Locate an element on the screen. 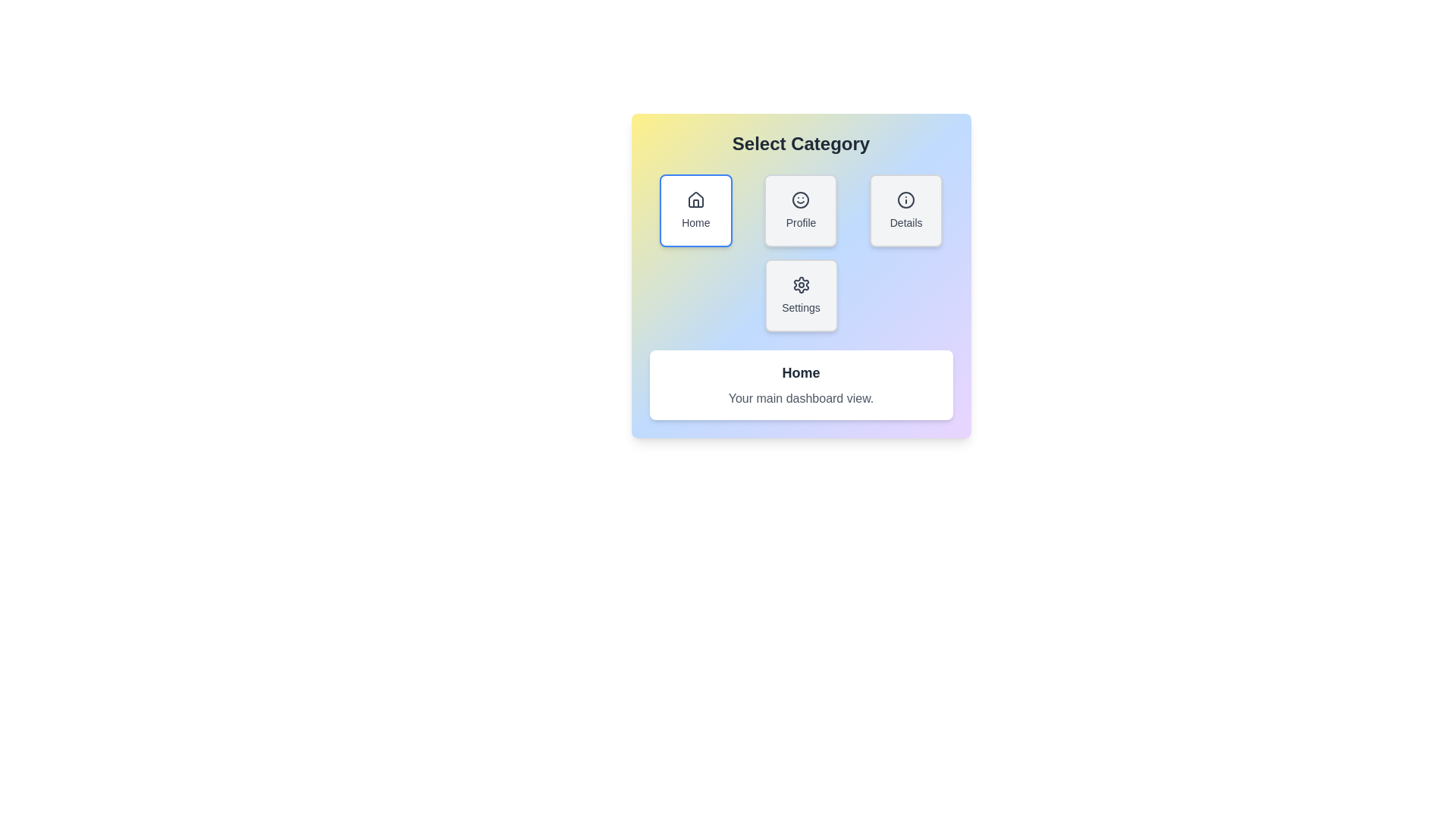 Image resolution: width=1456 pixels, height=819 pixels. the circular icon resembling a smiling face, which is part of the 'Profile' button located in the top row of a 2x2 grid, specifically the second button from the left is located at coordinates (800, 199).